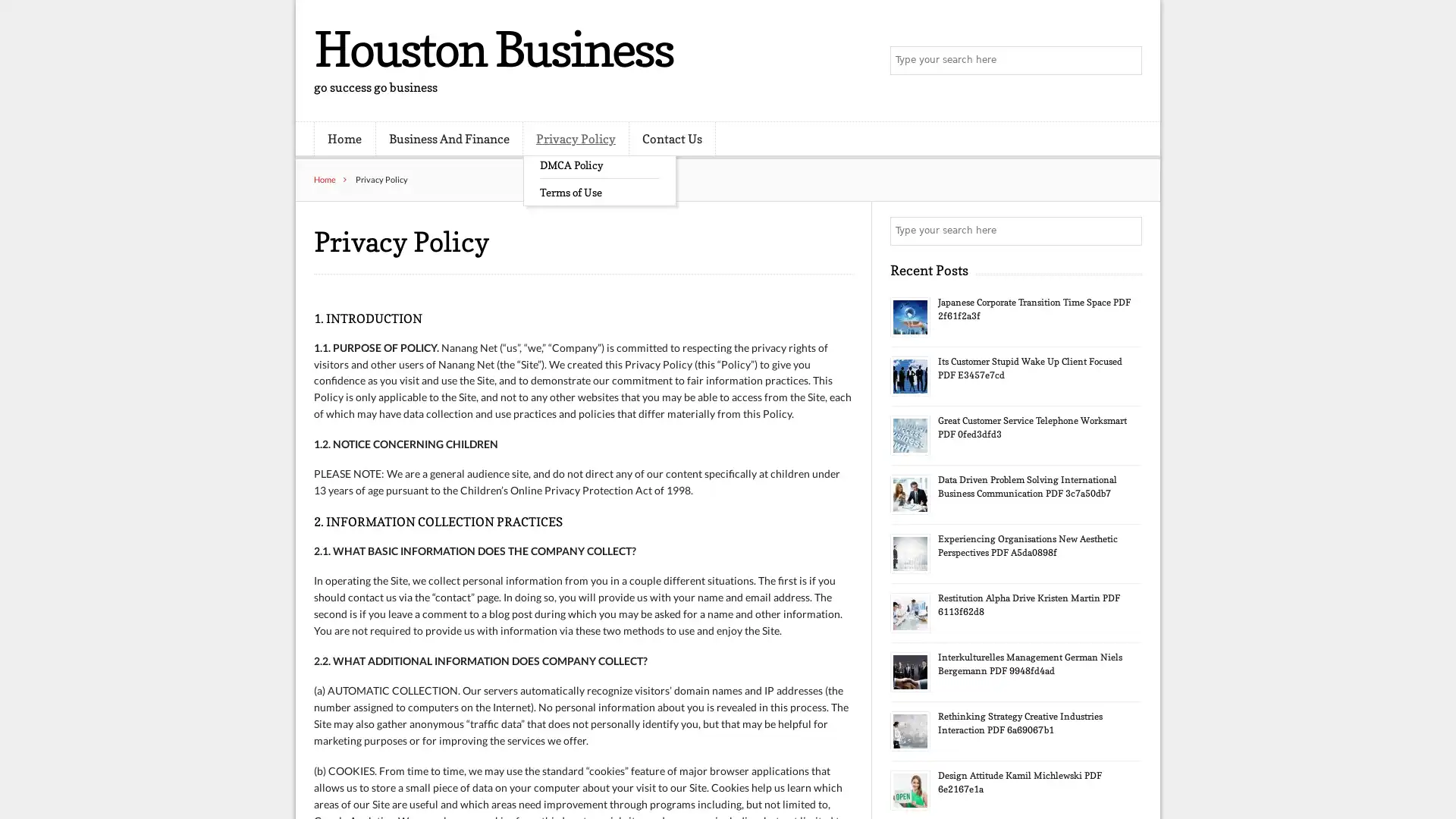 The image size is (1456, 819). What do you see at coordinates (1126, 61) in the screenshot?
I see `Search` at bounding box center [1126, 61].